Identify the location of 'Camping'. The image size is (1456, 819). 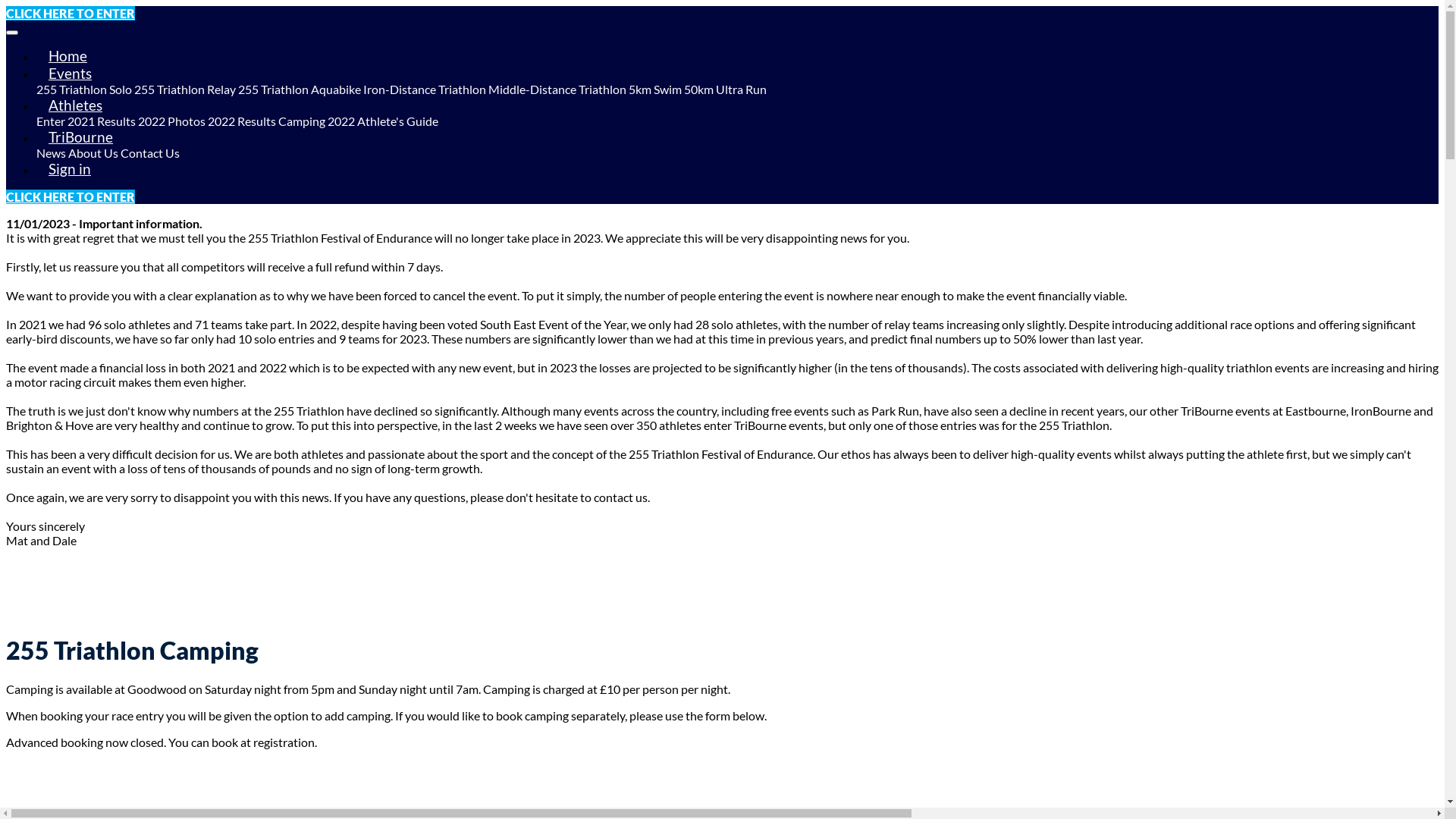
(302, 120).